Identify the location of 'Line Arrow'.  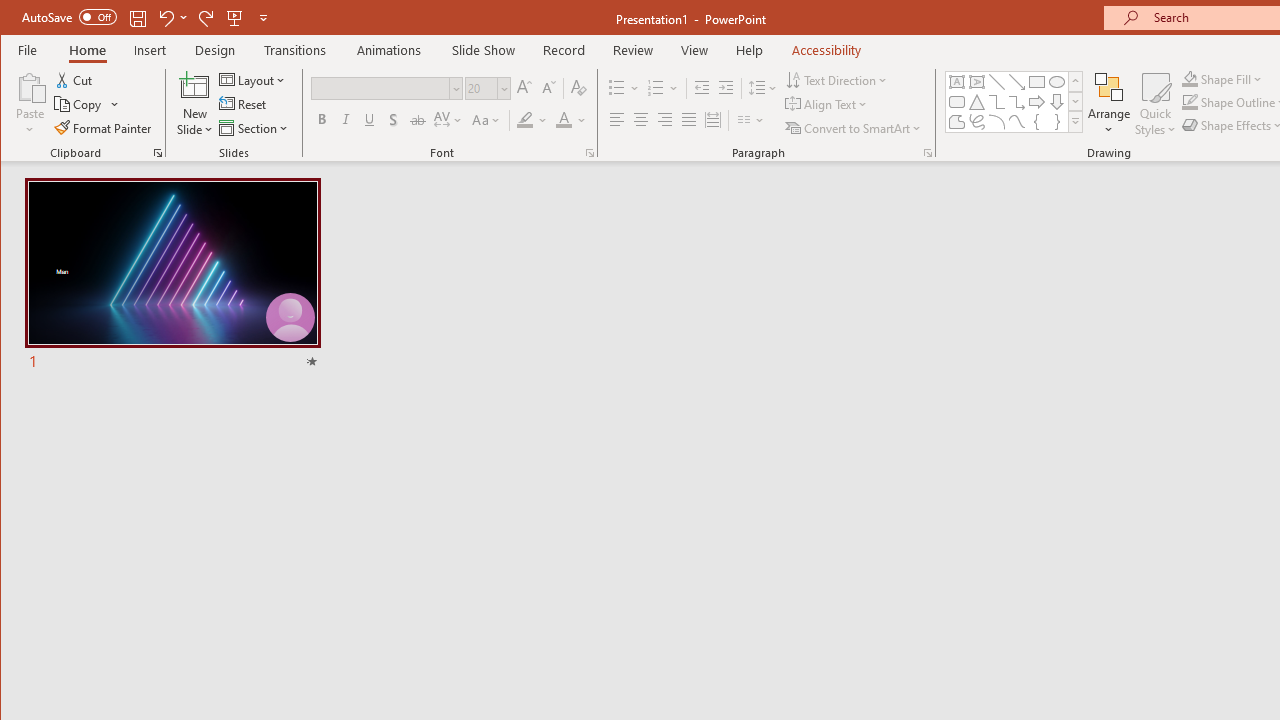
(1016, 81).